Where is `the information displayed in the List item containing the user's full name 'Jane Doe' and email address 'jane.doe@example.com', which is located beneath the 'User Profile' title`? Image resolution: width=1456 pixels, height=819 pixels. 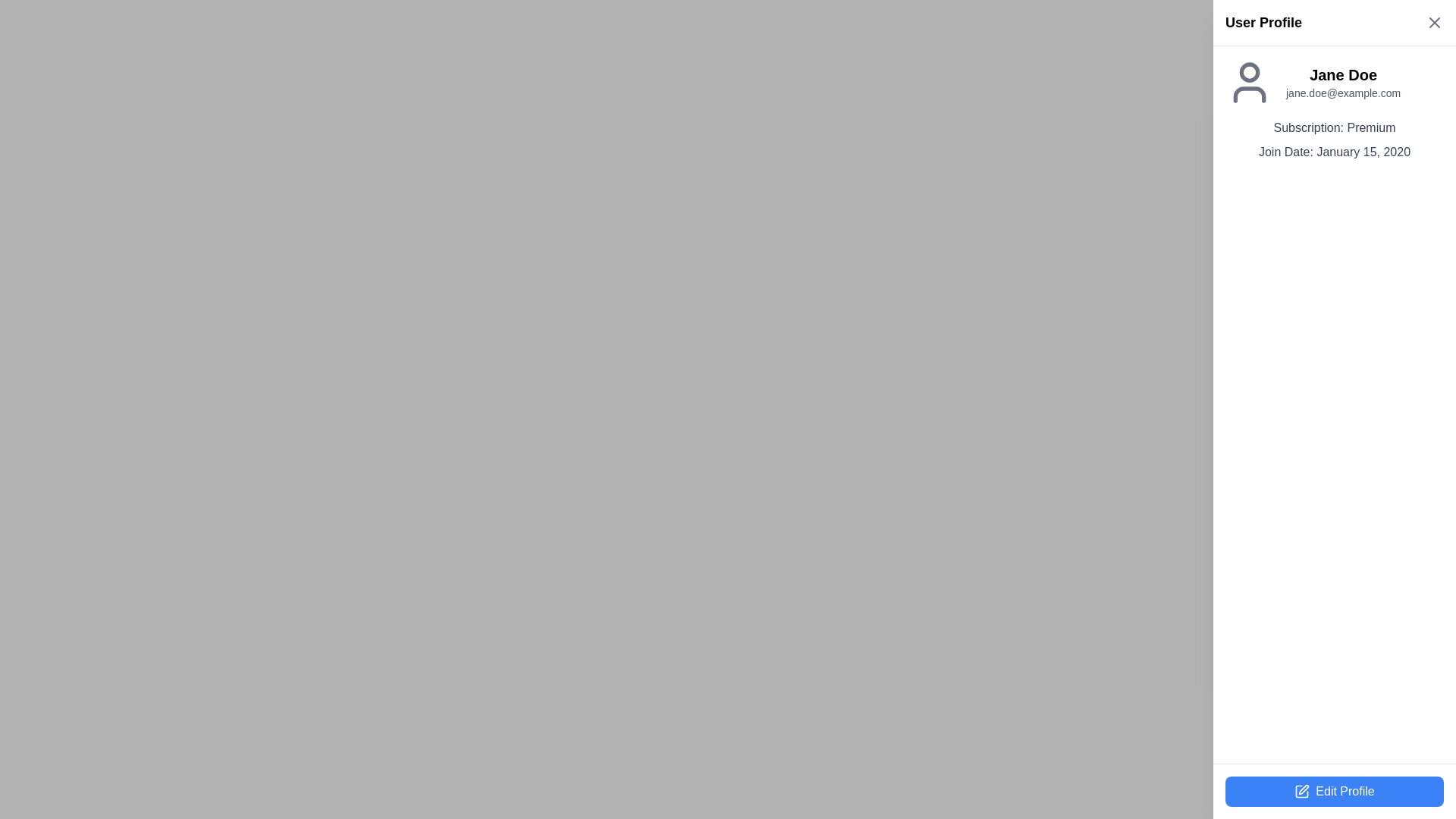
the information displayed in the List item containing the user's full name 'Jane Doe' and email address 'jane.doe@example.com', which is located beneath the 'User Profile' title is located at coordinates (1335, 82).